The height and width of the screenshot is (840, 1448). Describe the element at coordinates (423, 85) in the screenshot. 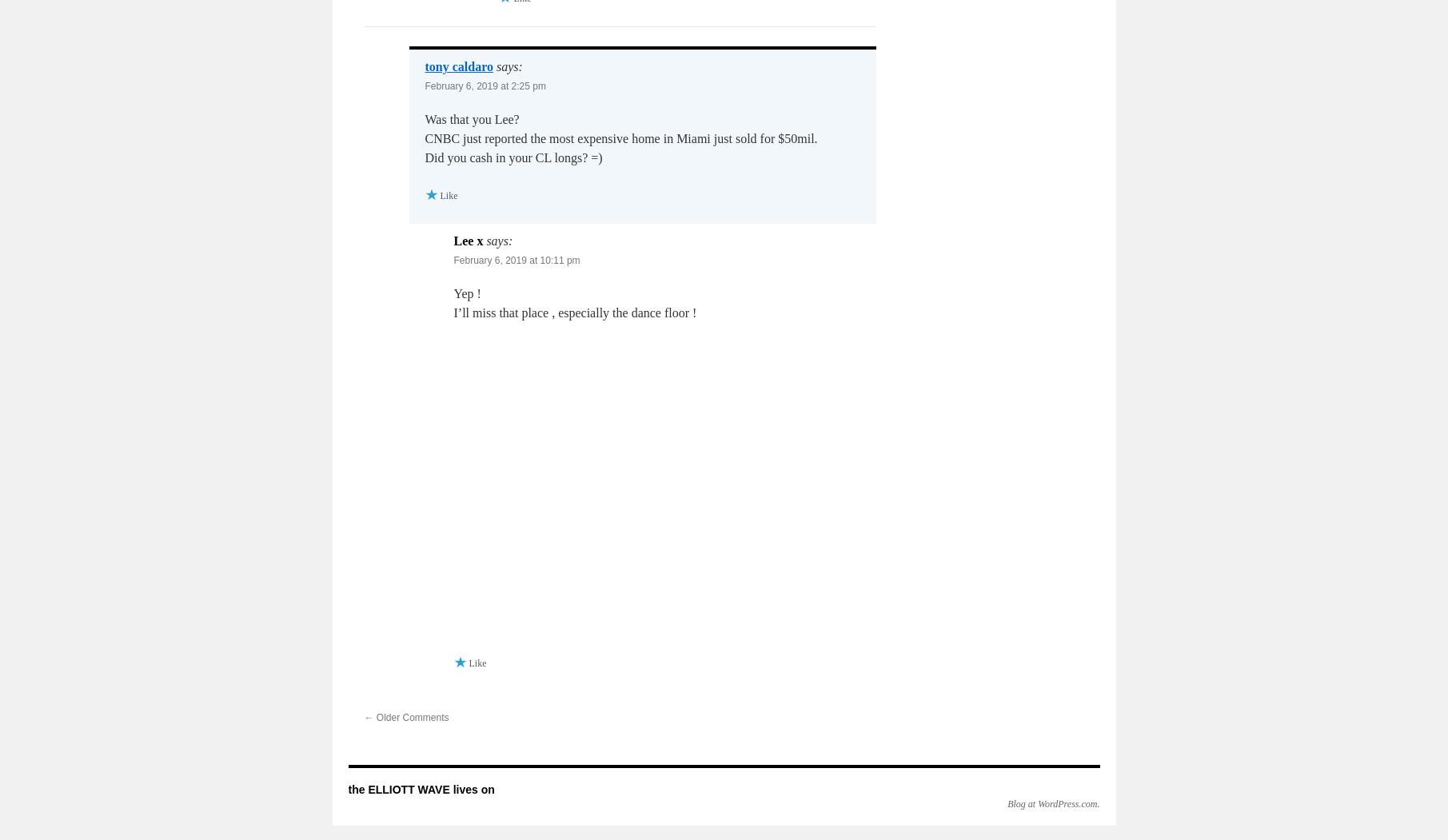

I see `'February 6, 2019 at 2:25 pm'` at that location.